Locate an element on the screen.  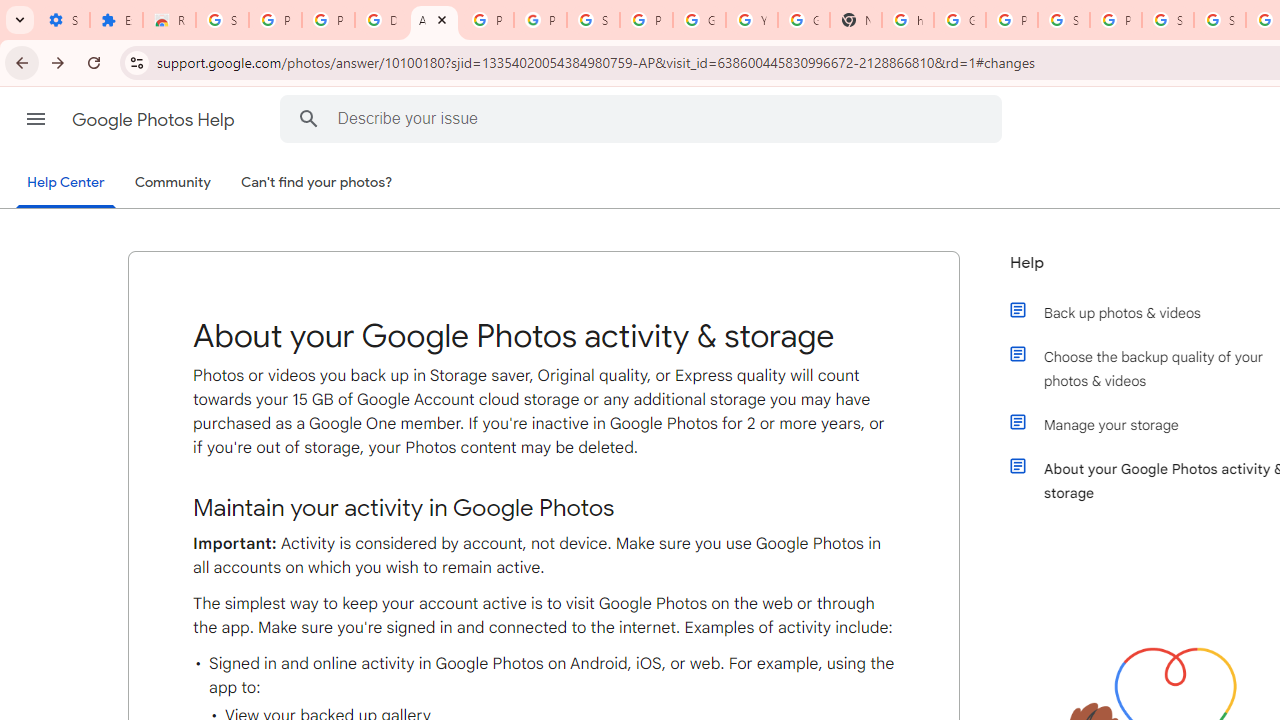
'Can' is located at coordinates (316, 183).